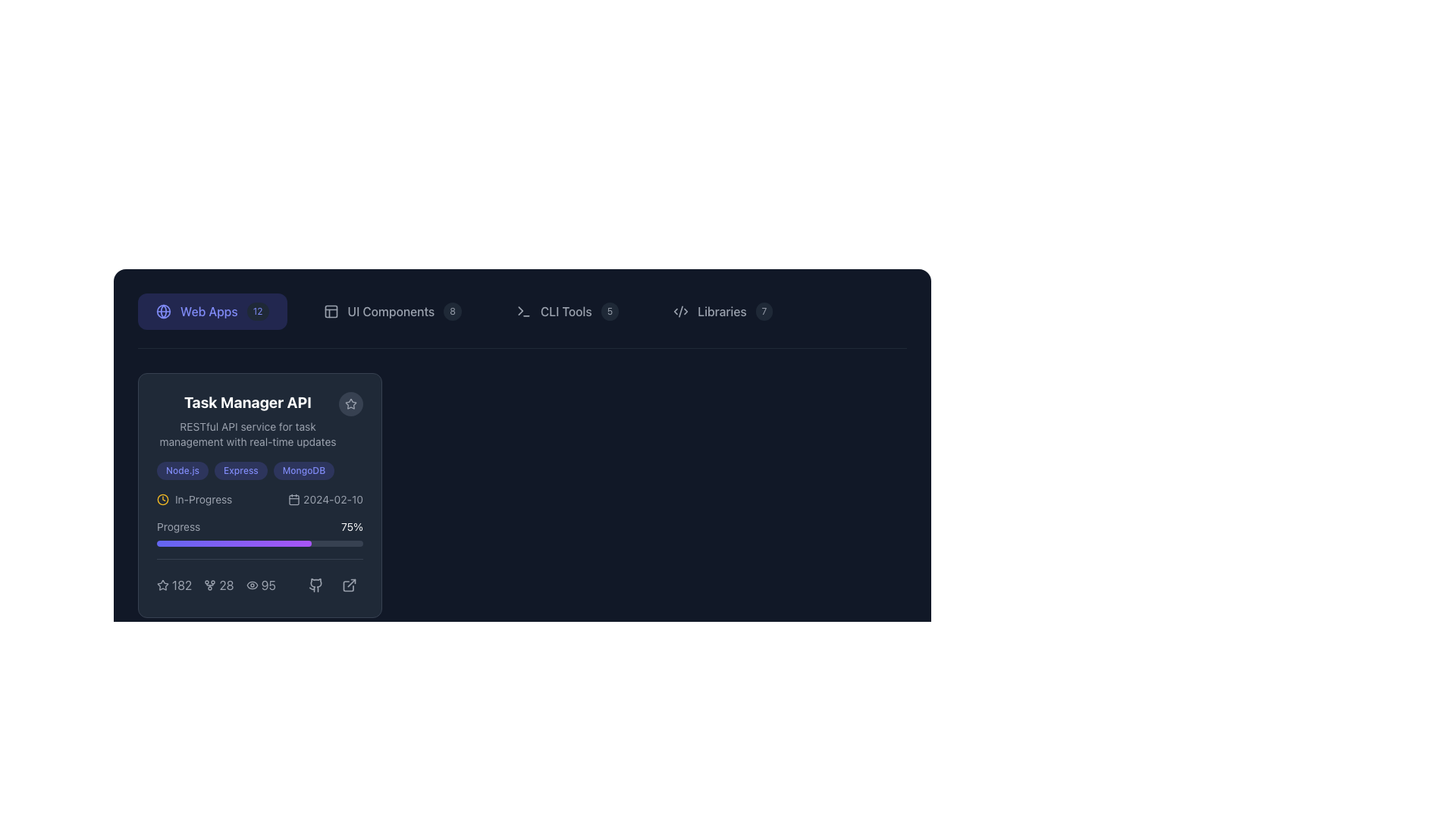 The image size is (1456, 819). Describe the element at coordinates (303, 470) in the screenshot. I see `the pill-shaped label displaying 'MongoDB' in light indigo color, which is the third item in the horizontal list of labels within the 'Task Manager API' card` at that location.